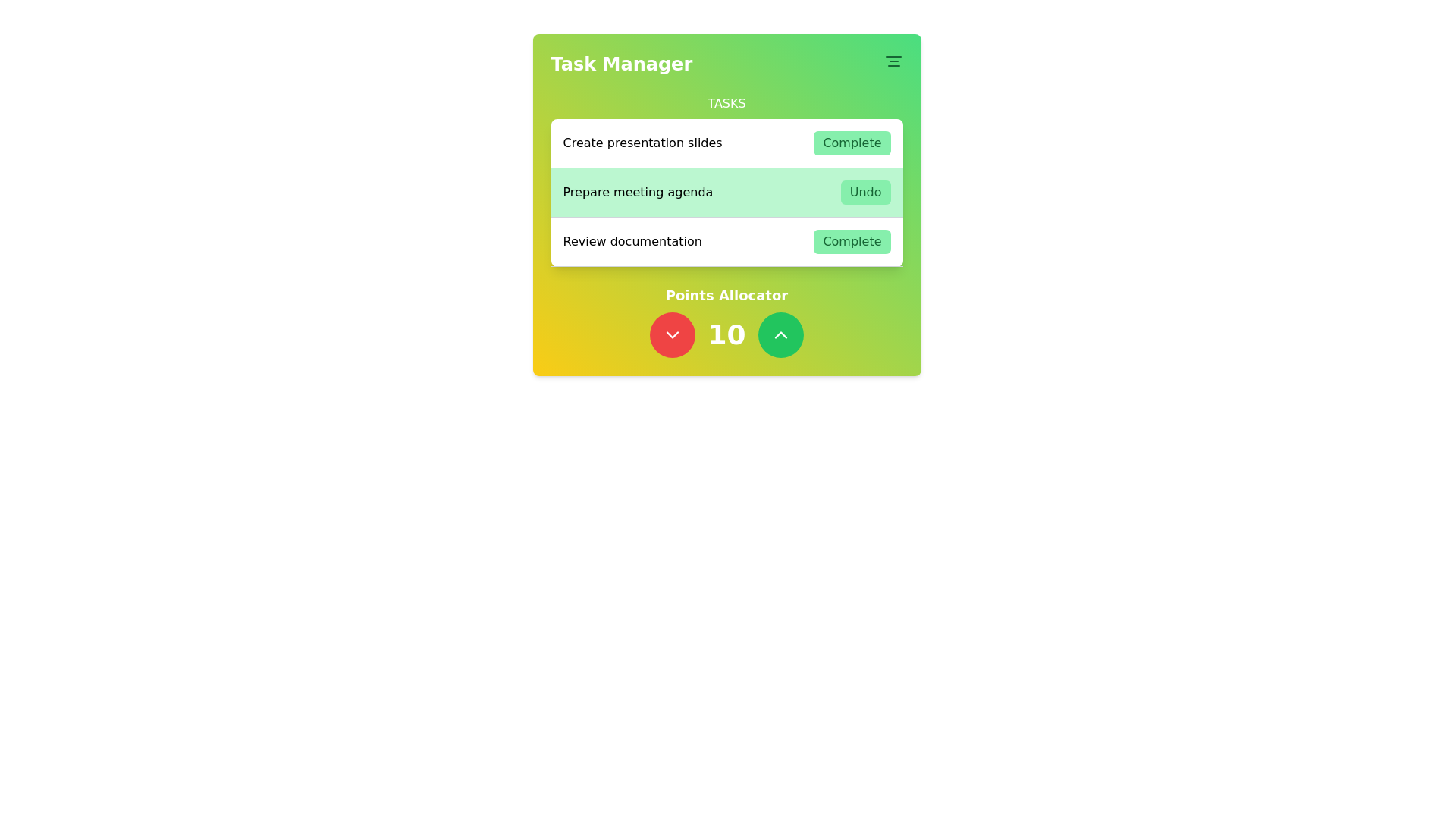  I want to click on the decrement button located to the left of the green upward arrow in the 'Points Allocator' section, so click(672, 334).